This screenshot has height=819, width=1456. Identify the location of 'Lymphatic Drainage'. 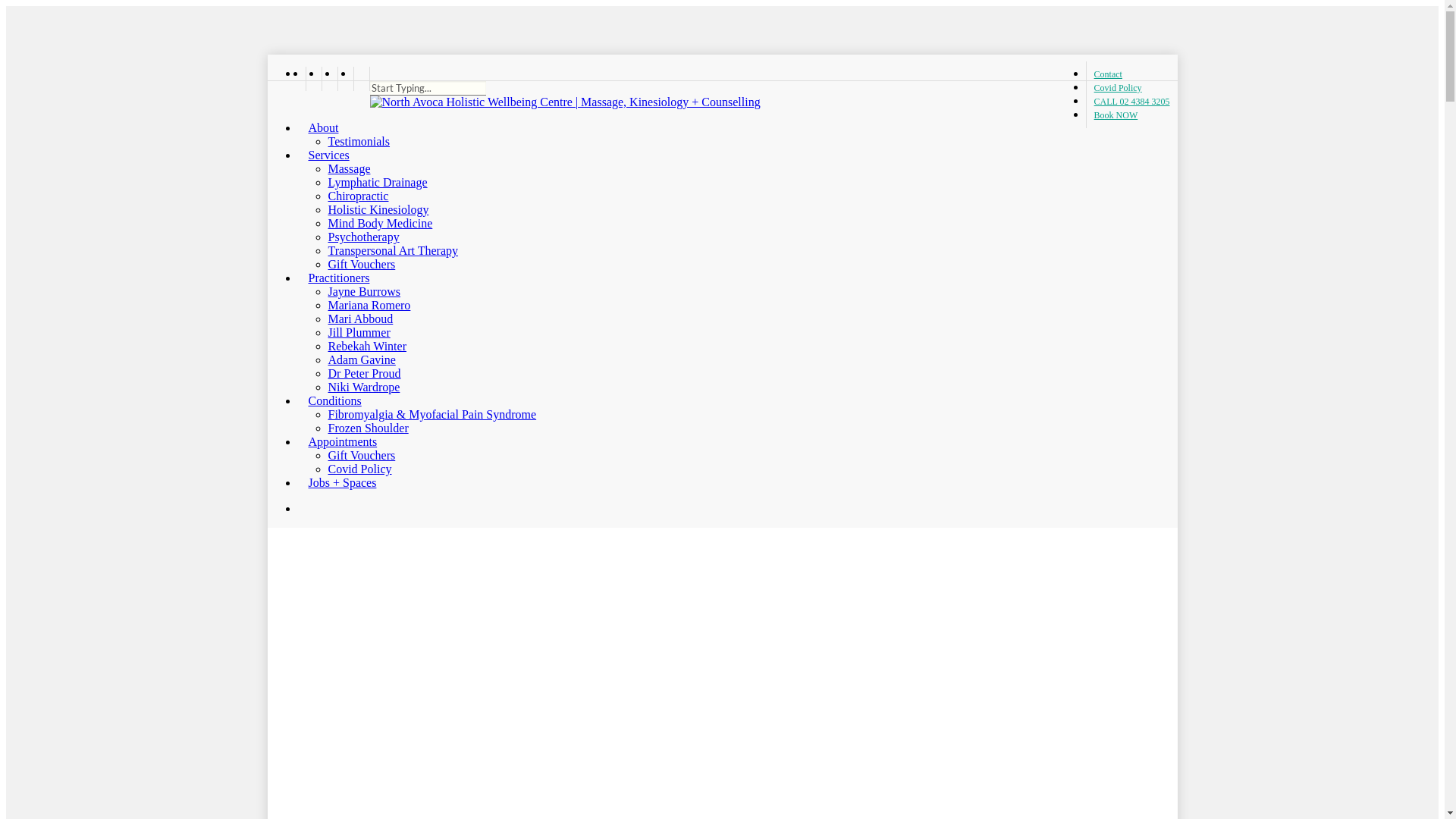
(377, 181).